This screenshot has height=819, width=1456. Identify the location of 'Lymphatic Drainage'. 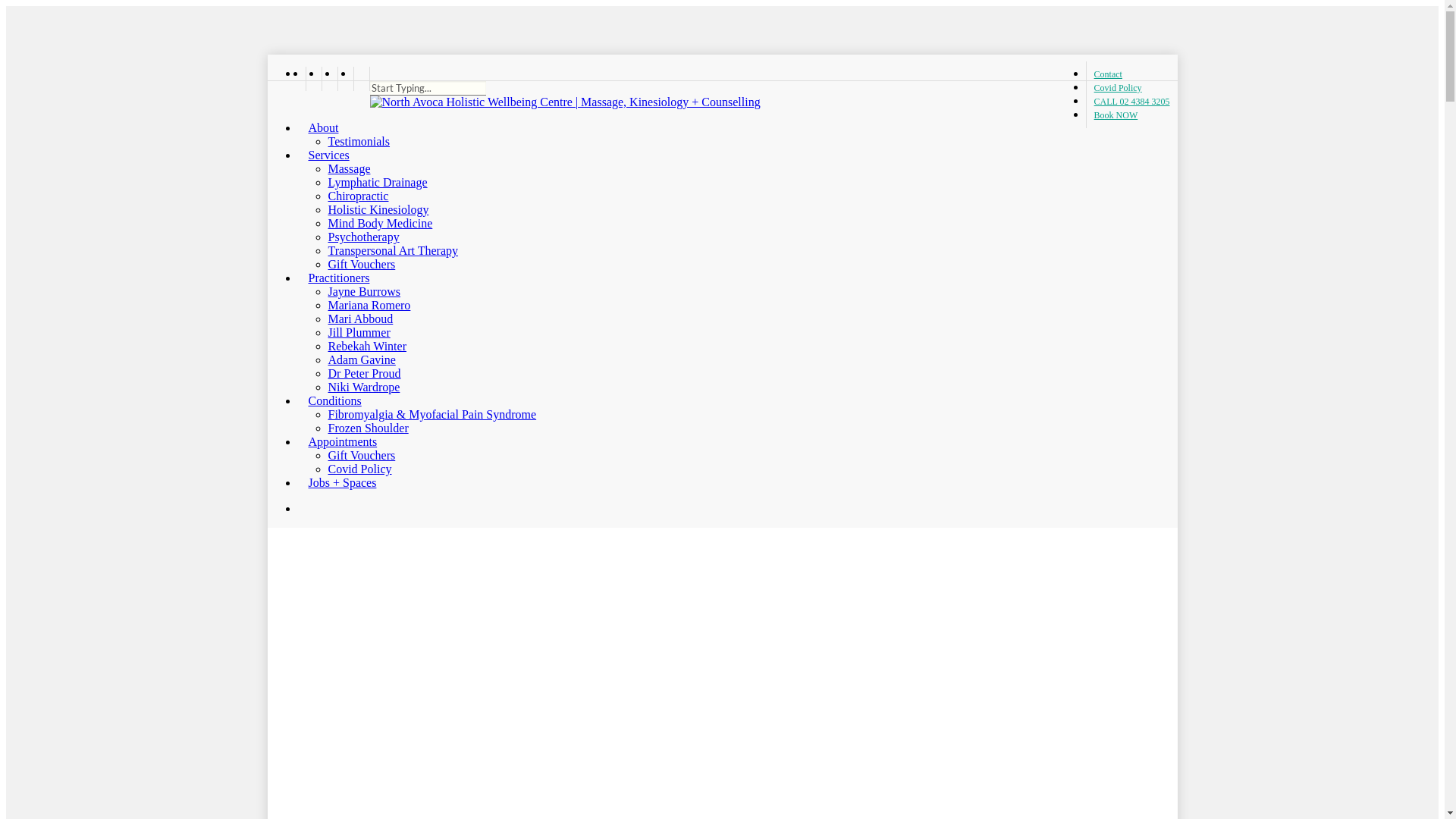
(377, 181).